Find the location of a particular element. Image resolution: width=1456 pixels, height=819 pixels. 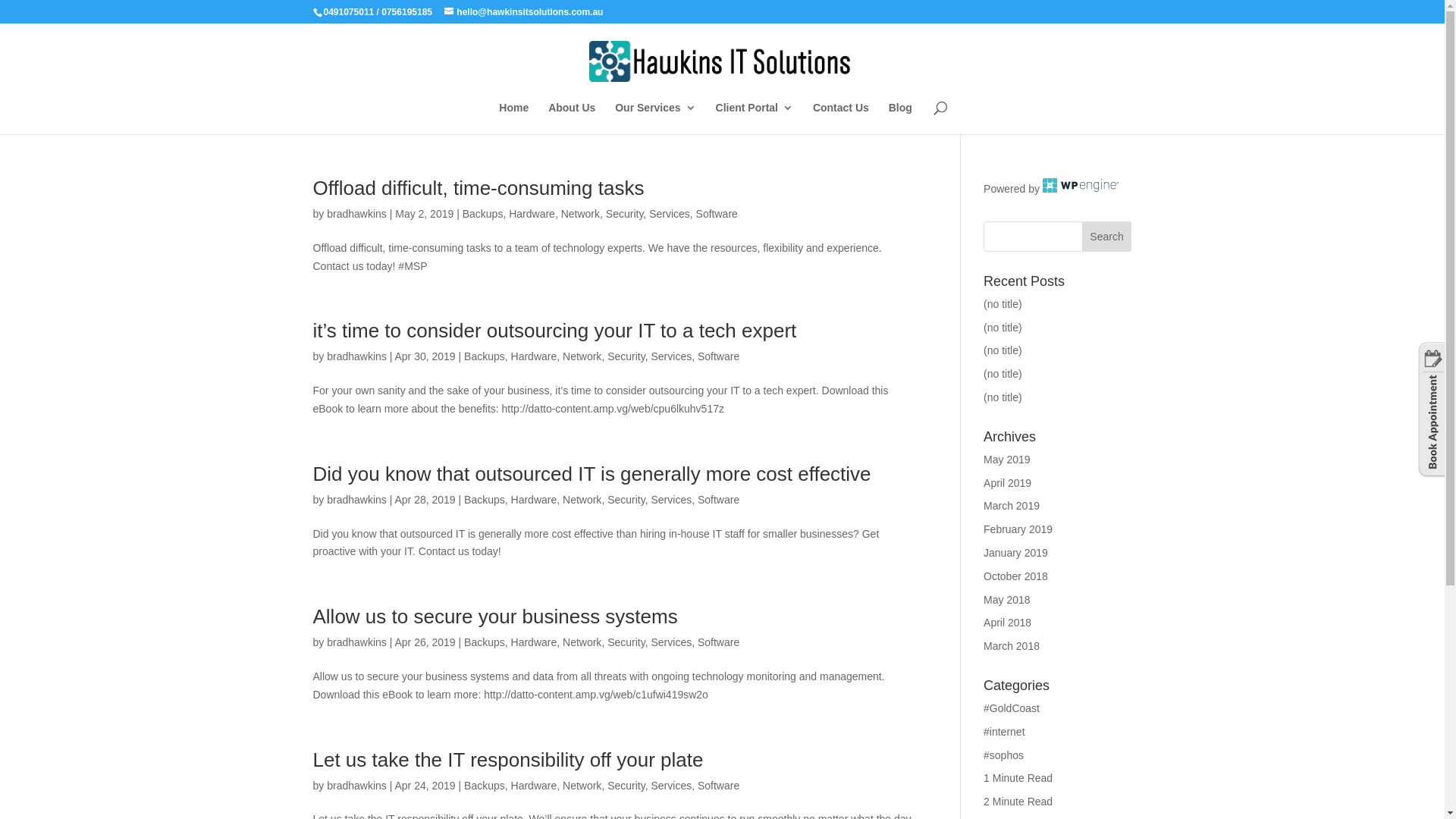

'Our Services' is located at coordinates (655, 117).